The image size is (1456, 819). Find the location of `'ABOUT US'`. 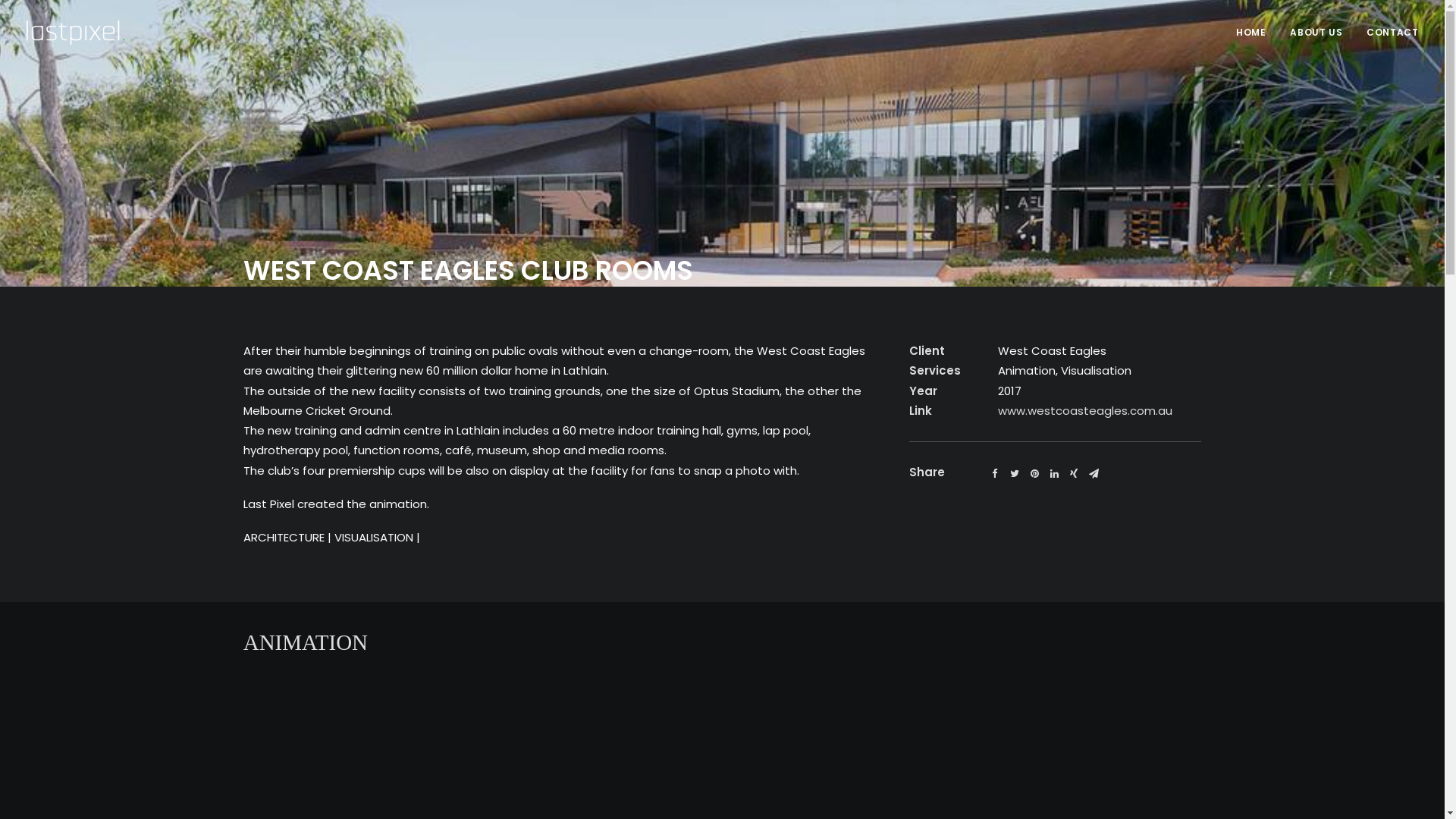

'ABOUT US' is located at coordinates (1278, 32).